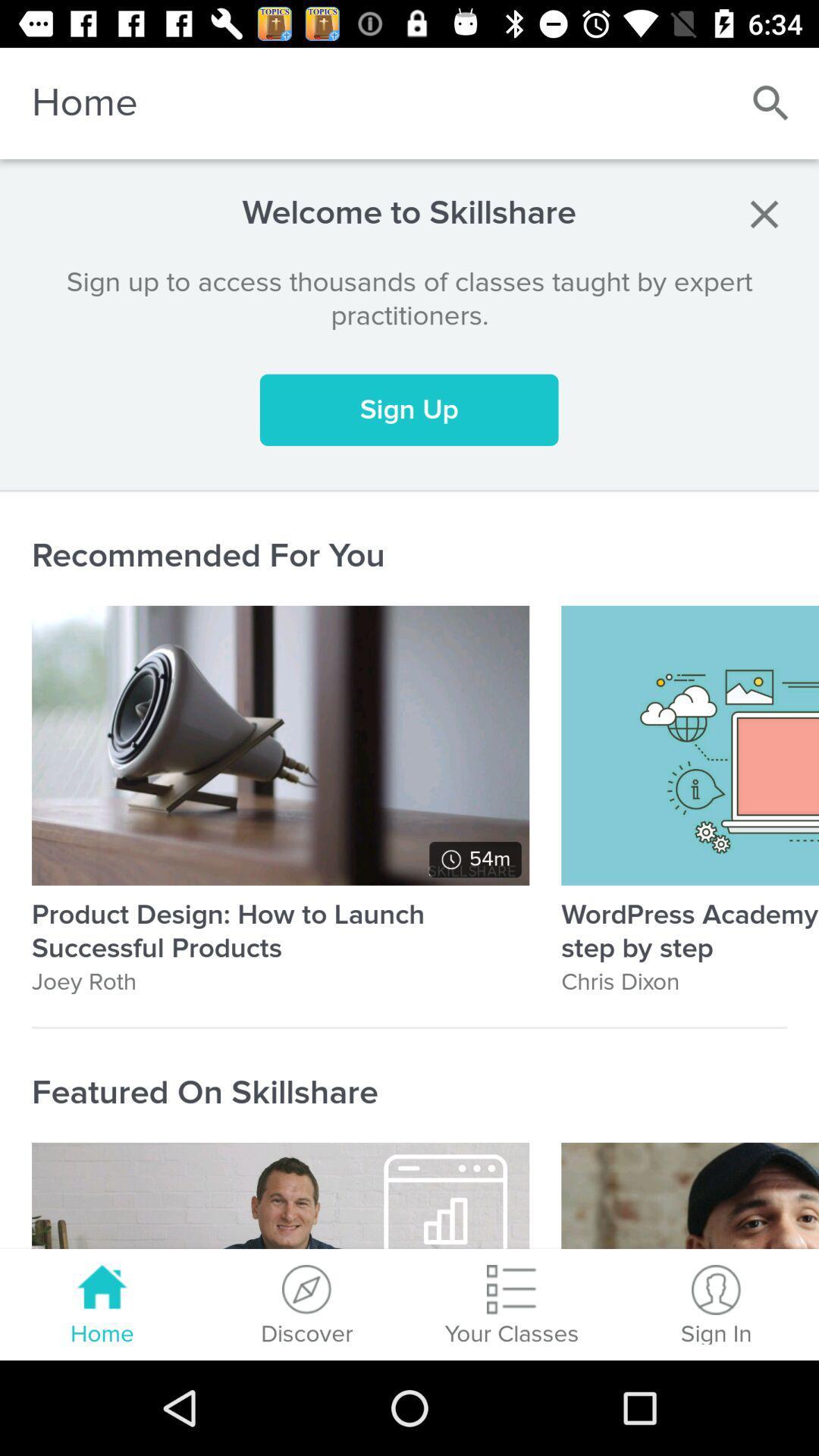 The image size is (819, 1456). Describe the element at coordinates (764, 213) in the screenshot. I see `the item next to welcome to skillshare icon` at that location.